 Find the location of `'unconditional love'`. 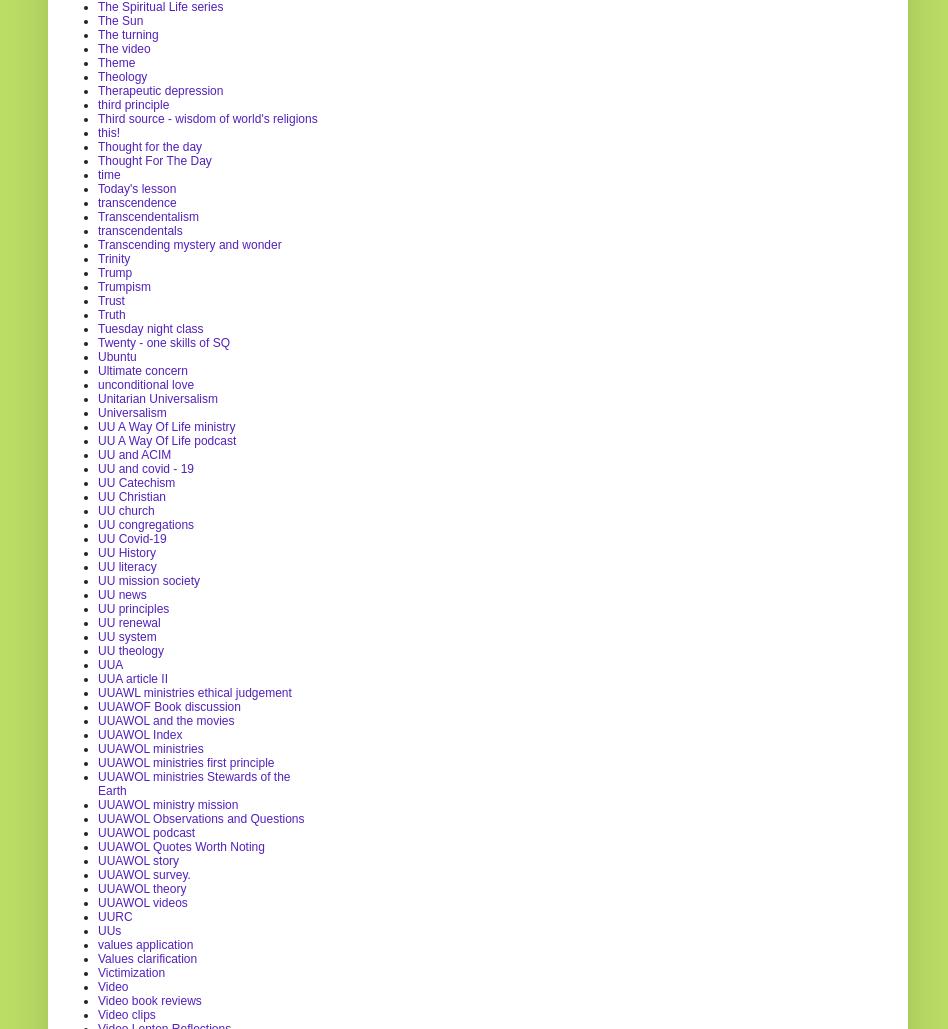

'unconditional love' is located at coordinates (144, 383).